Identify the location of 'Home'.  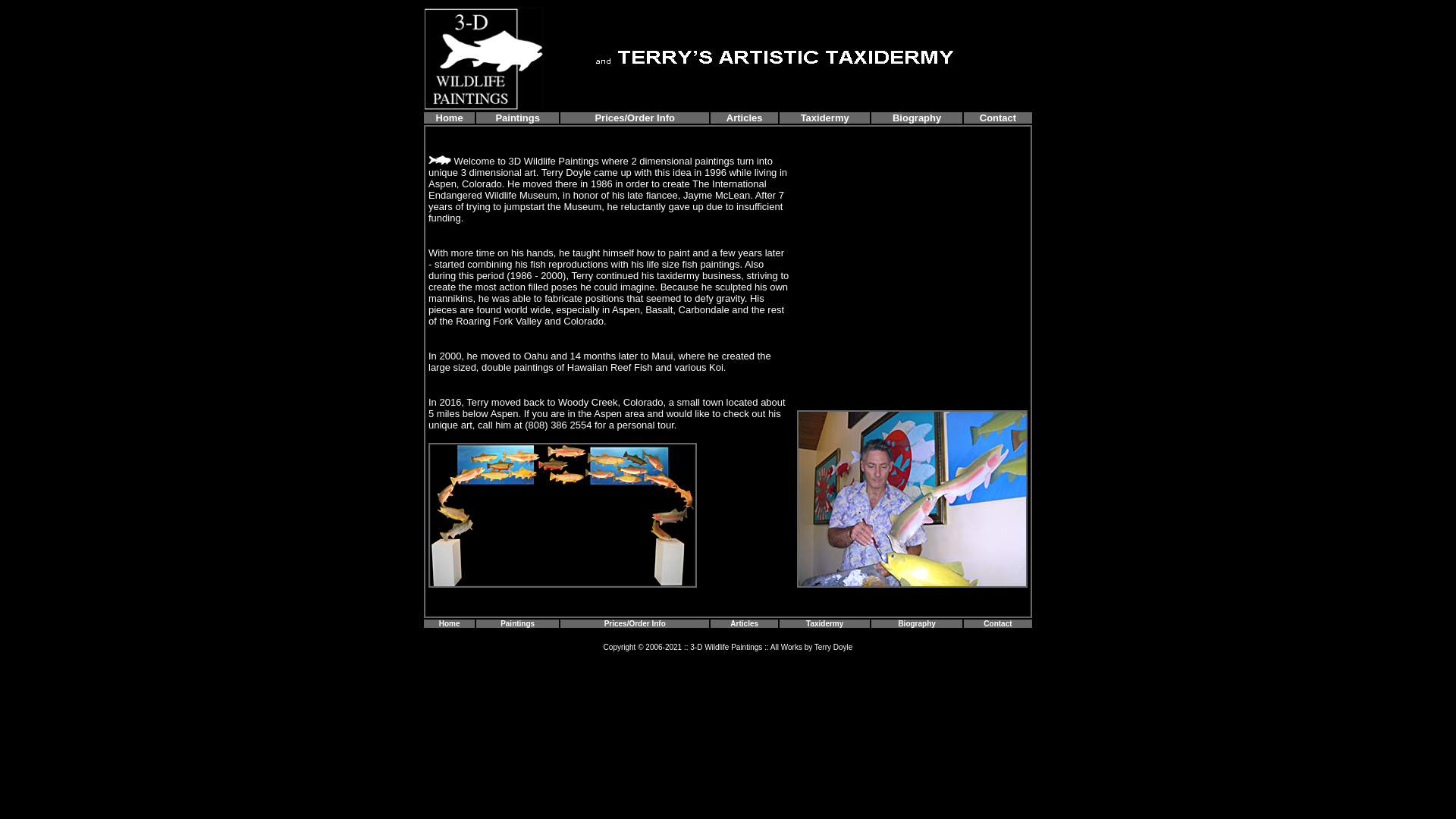
(449, 116).